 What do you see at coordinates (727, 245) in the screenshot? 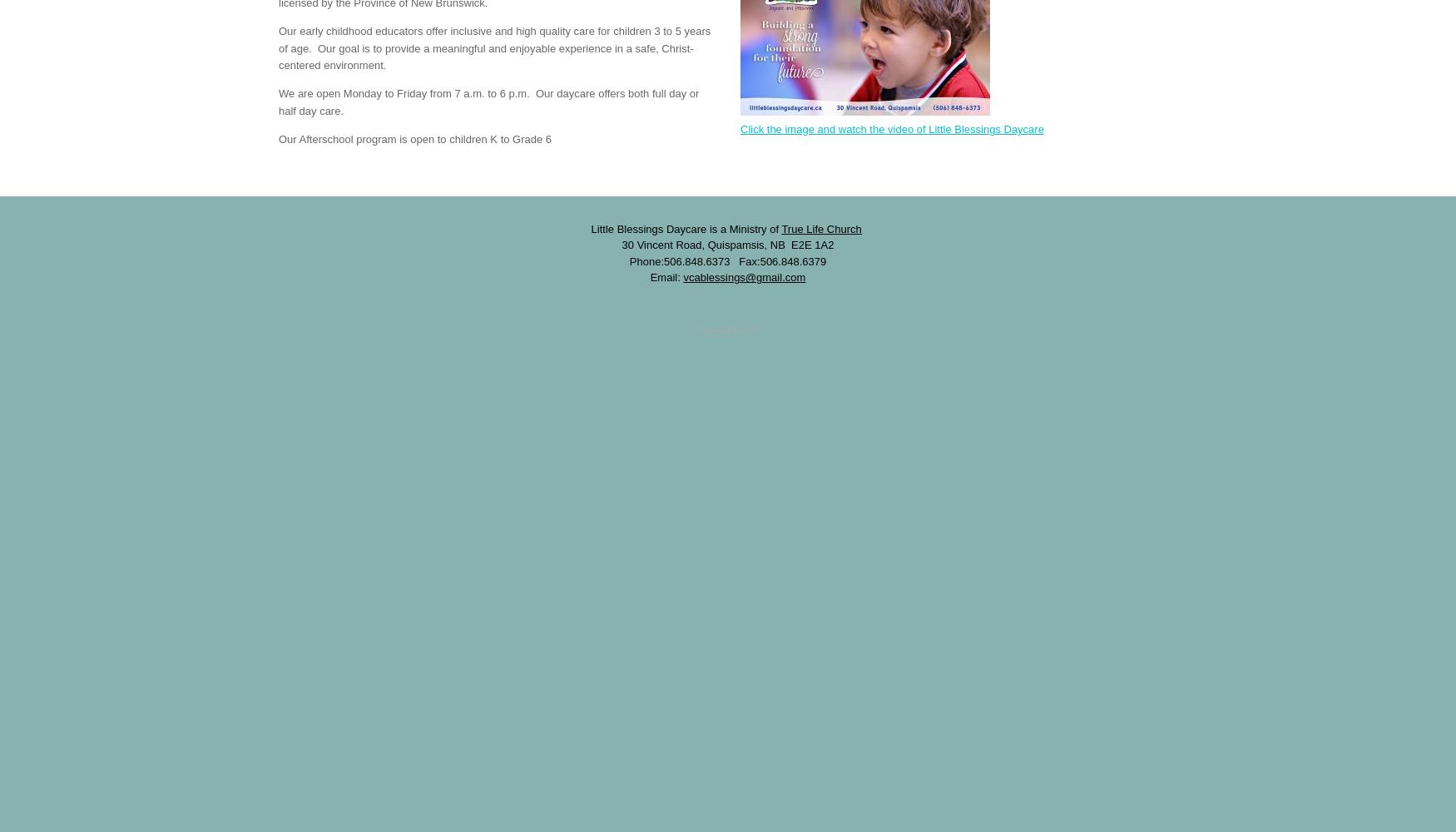
I see `'30 Vincent Road, Quispamsis, NB  E2E 1A2'` at bounding box center [727, 245].